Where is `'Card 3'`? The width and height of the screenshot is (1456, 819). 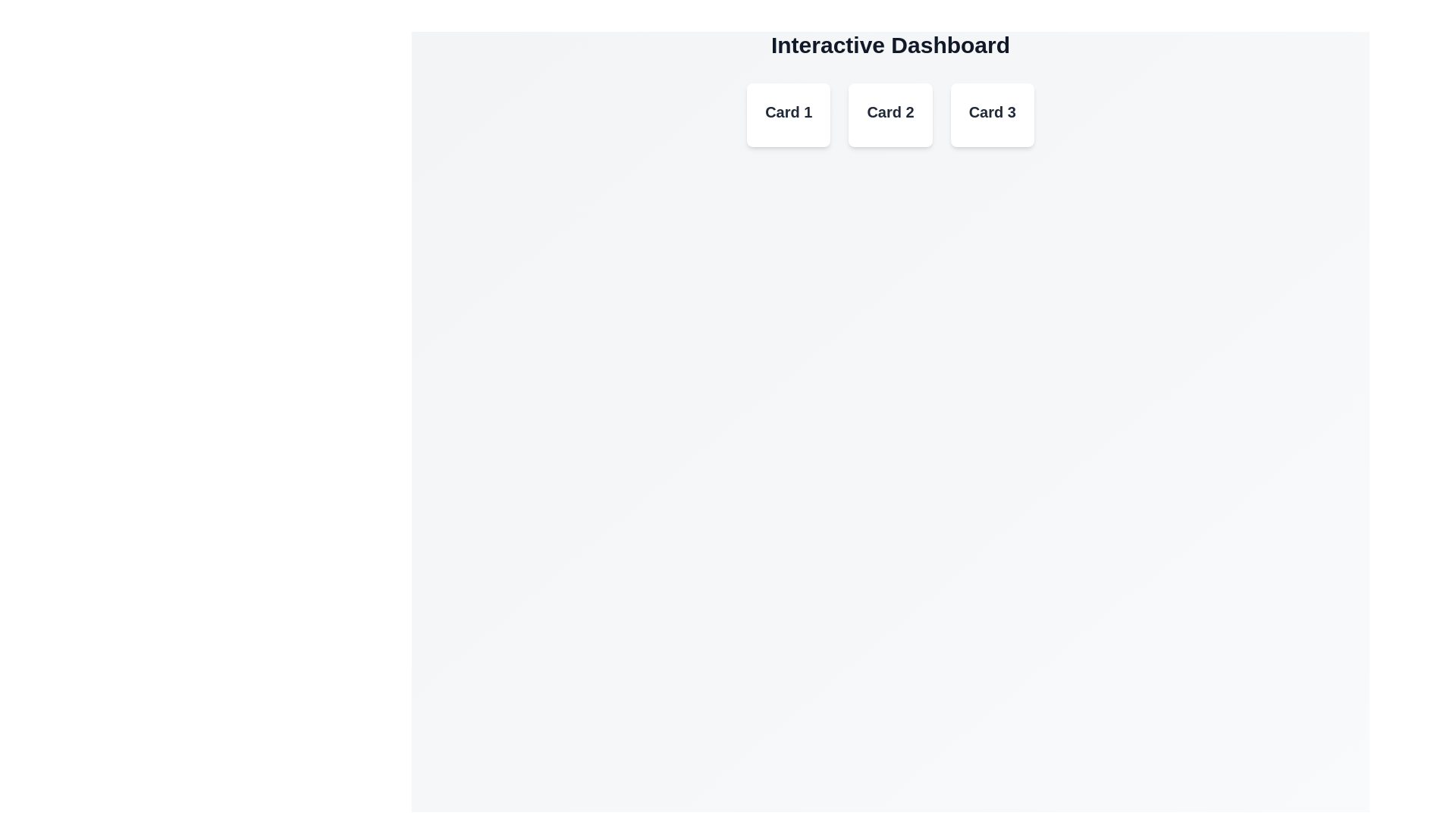
'Card 3' is located at coordinates (992, 114).